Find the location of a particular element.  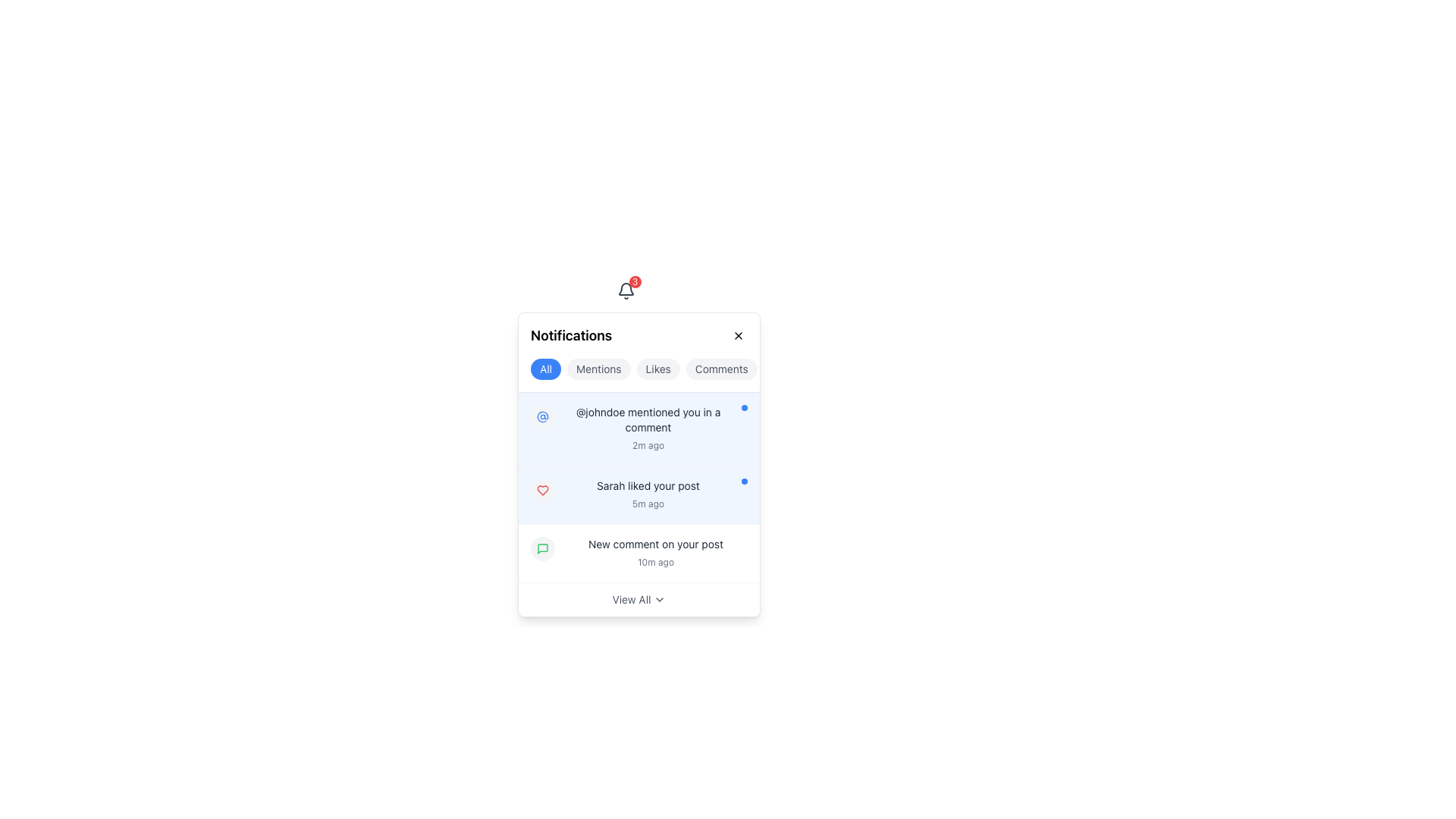

the cross icon button in the top-right corner of the notification pop-up box is located at coordinates (739, 335).